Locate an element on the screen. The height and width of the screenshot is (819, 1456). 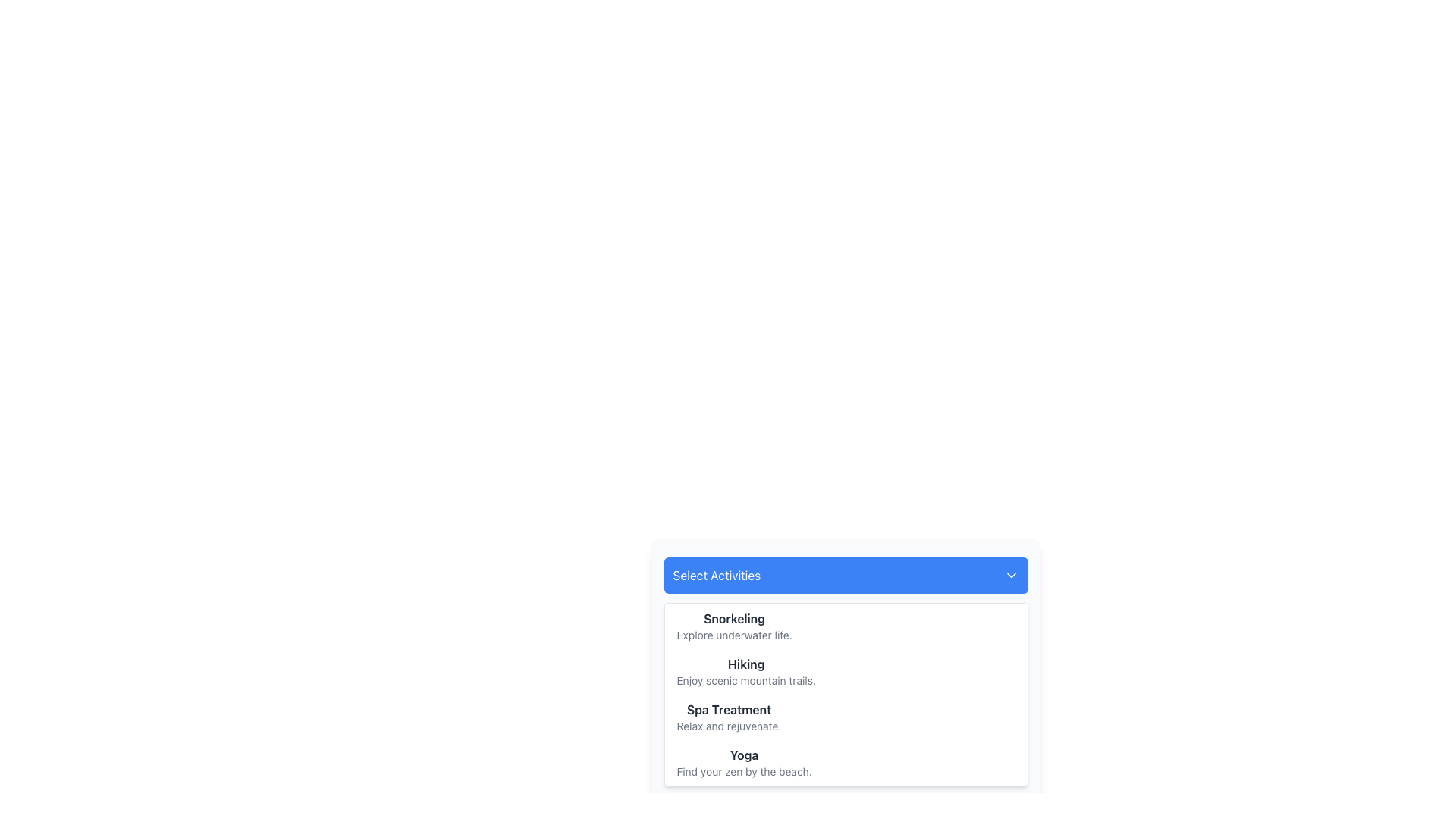
the first textual list item under the 'Select Activities' section is located at coordinates (734, 626).